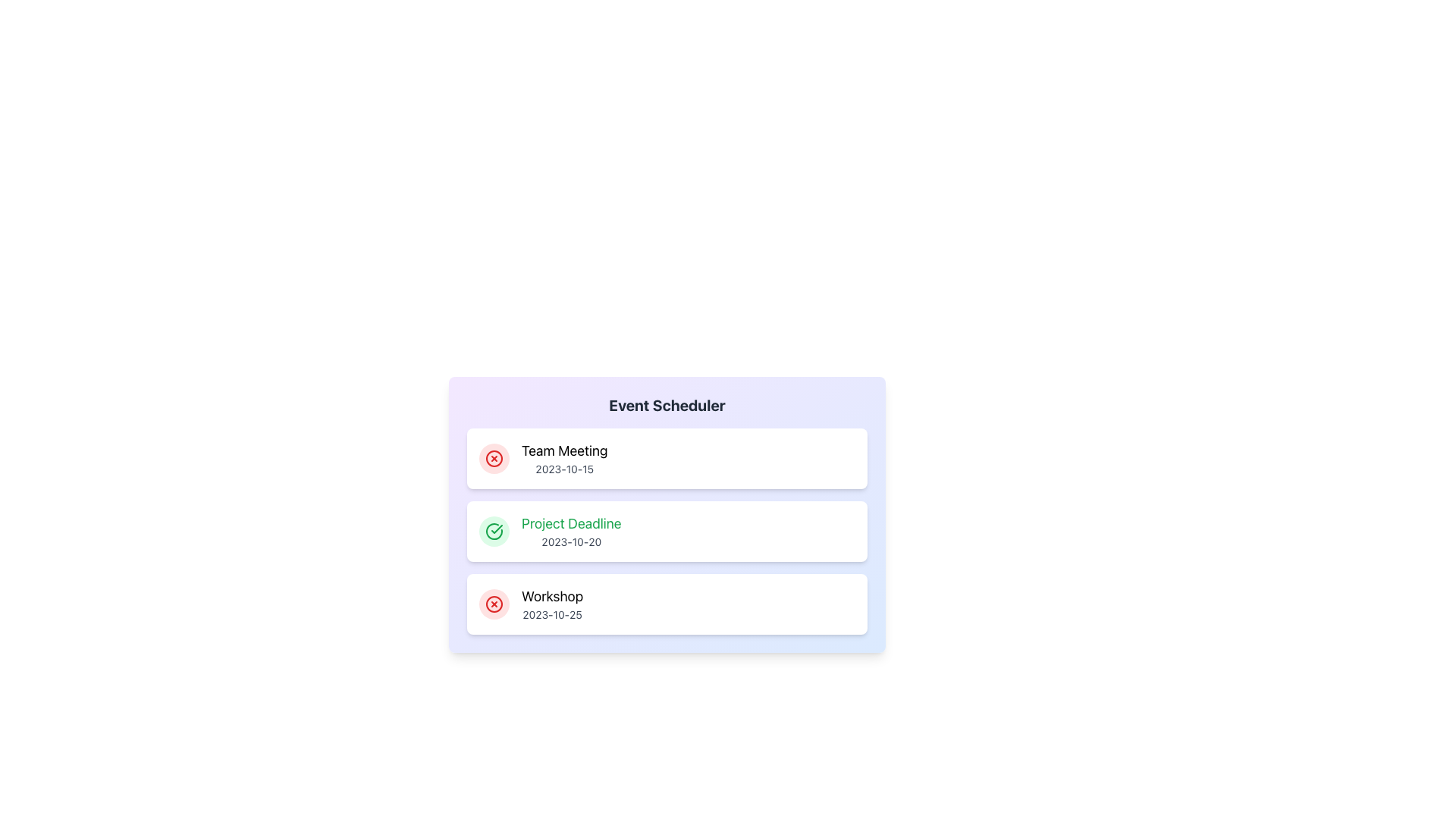 This screenshot has height=819, width=1456. I want to click on the circular status icon next to the 'Team Meeting' text in the list of scheduled events, so click(494, 458).